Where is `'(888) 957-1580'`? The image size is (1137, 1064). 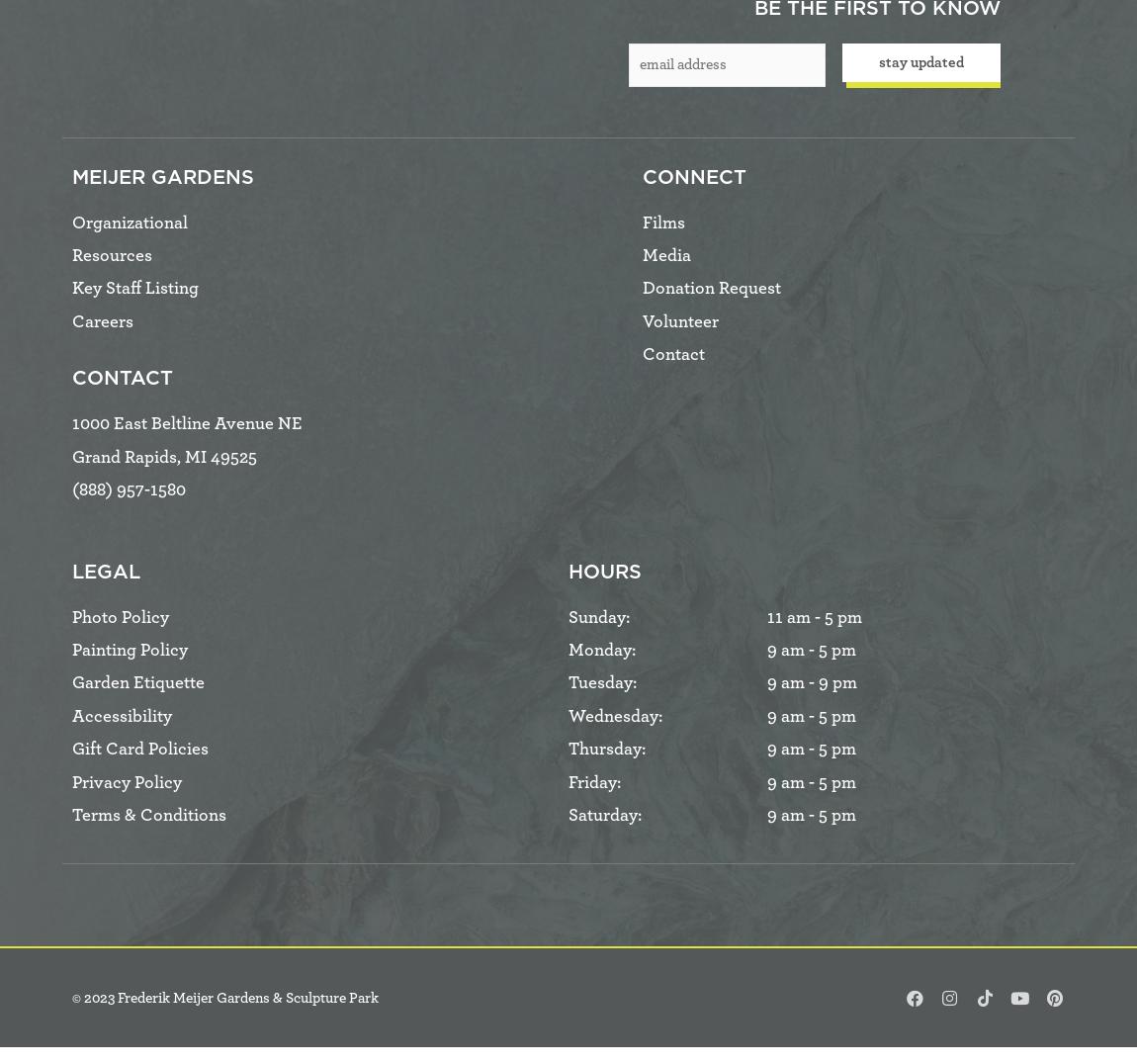
'(888) 957-1580' is located at coordinates (128, 490).